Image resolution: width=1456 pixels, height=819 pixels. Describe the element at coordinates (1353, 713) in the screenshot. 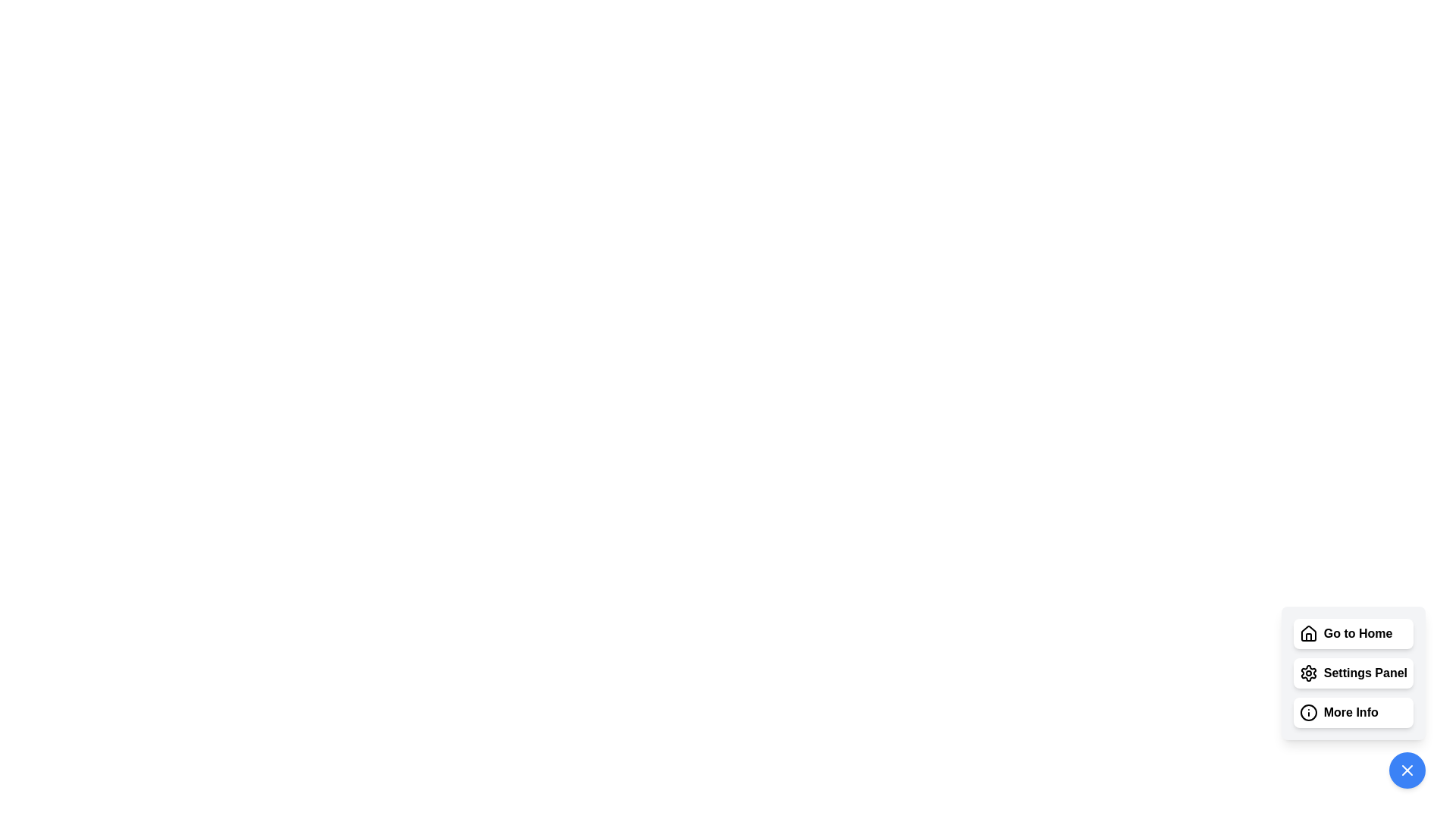

I see `the 'More Info' button, which is a rectangular button with an information icon on the left and white background, located below the 'Settings Panel' button` at that location.